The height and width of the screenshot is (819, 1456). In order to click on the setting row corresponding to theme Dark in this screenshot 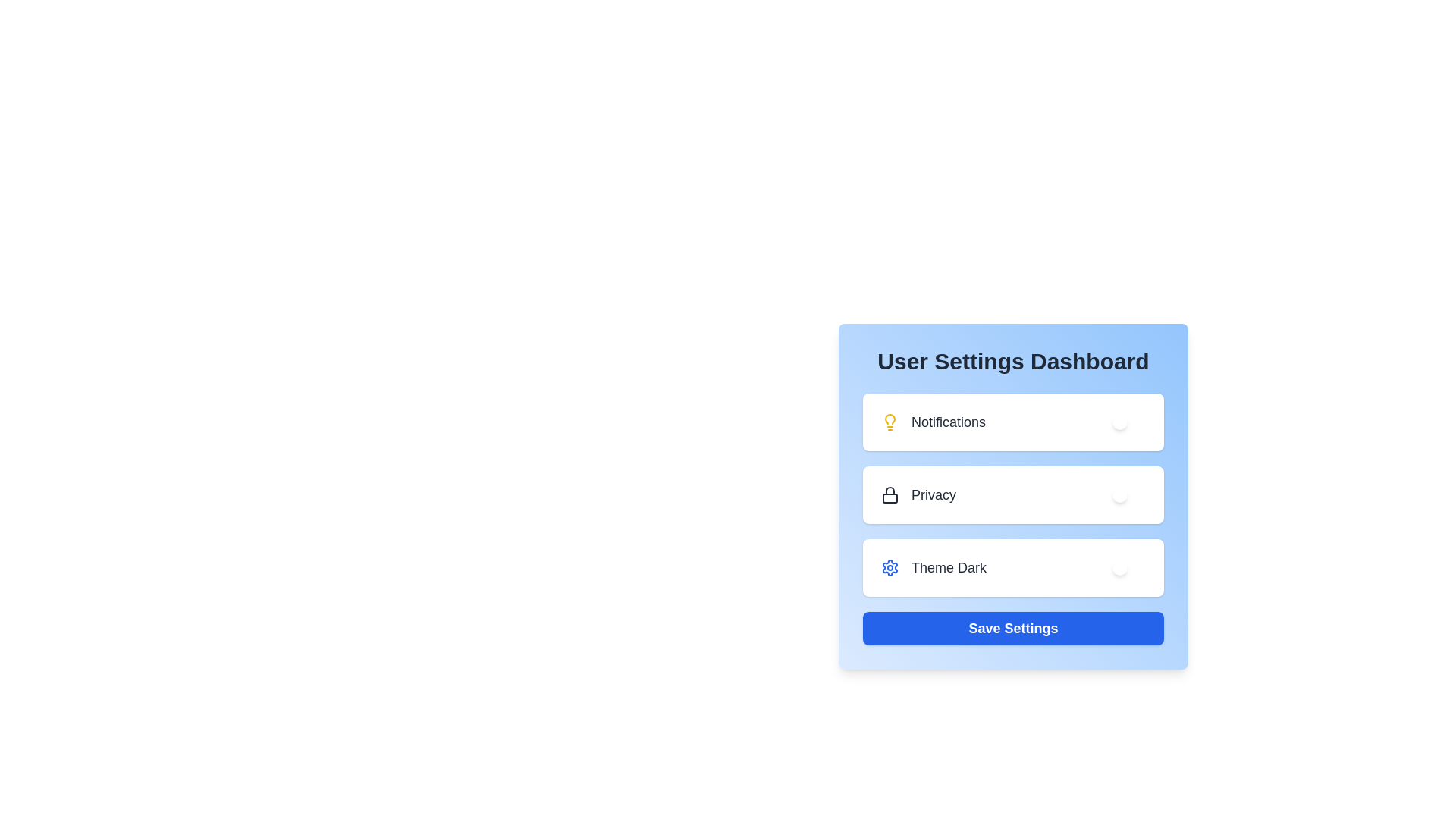, I will do `click(1013, 567)`.